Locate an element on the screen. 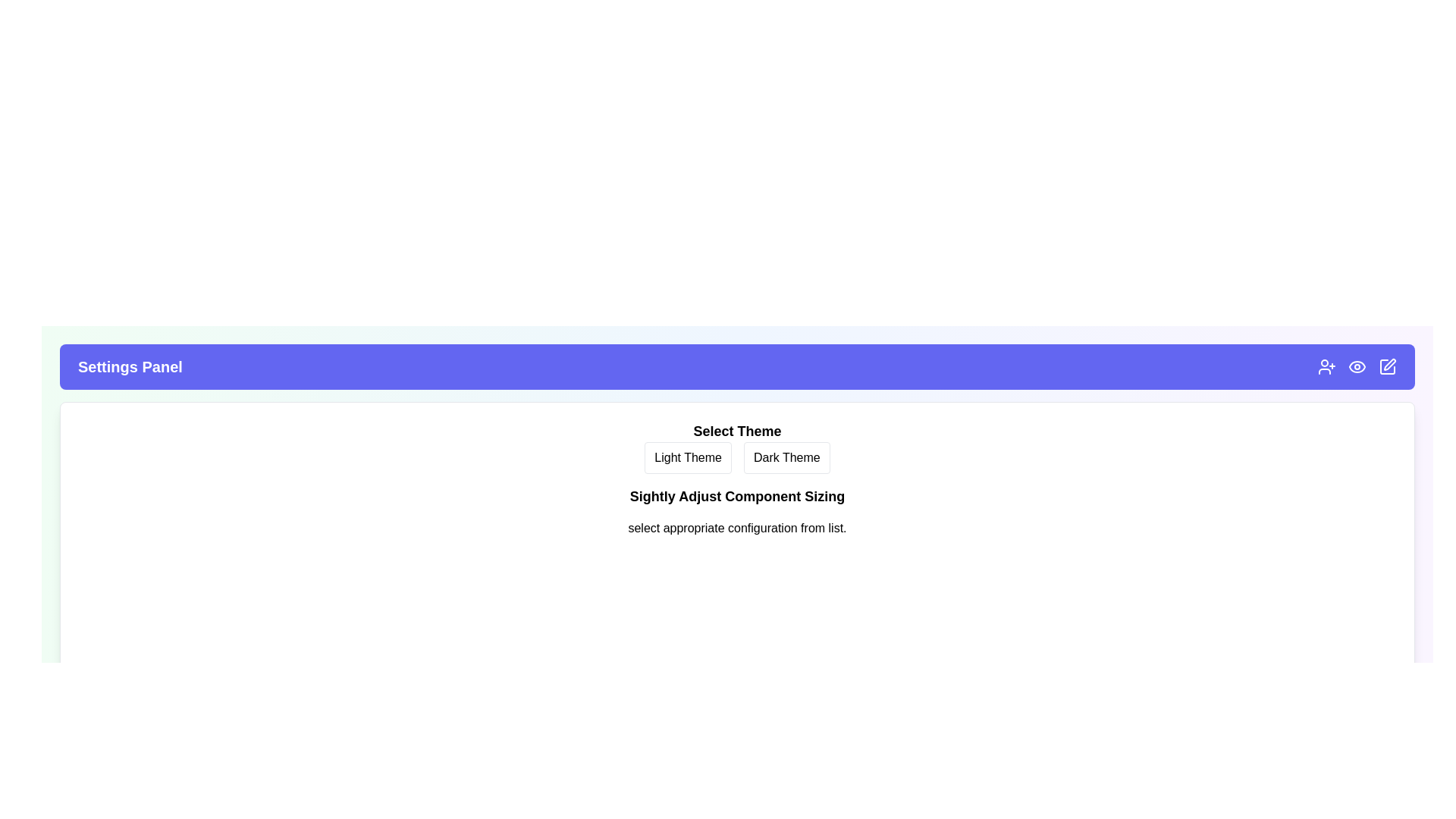 Image resolution: width=1456 pixels, height=819 pixels. the human eye icon, which is the second icon in a horizontal group of three icons located on the right side of a header section with a purple background is located at coordinates (1357, 366).